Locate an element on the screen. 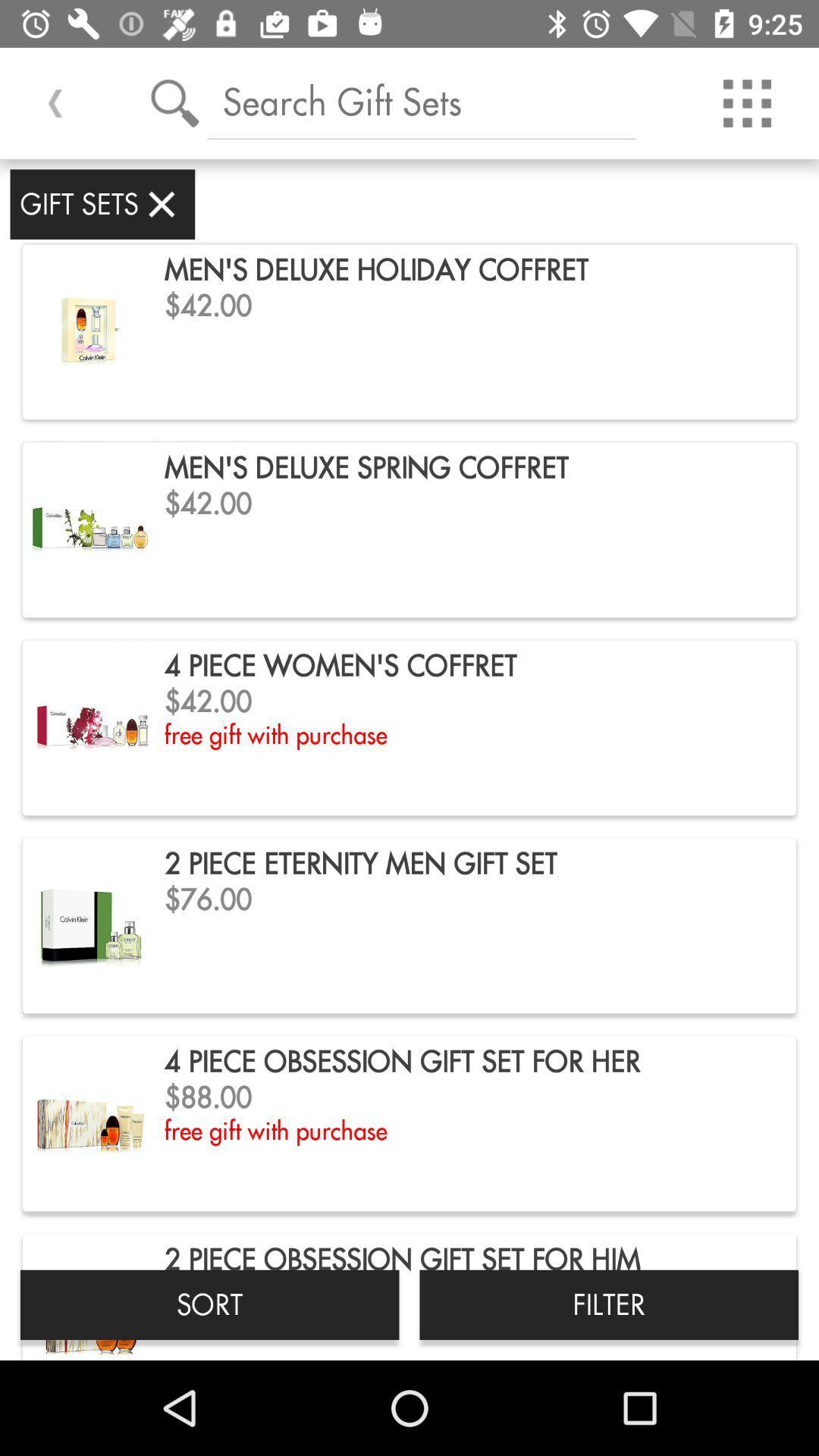  the sort is located at coordinates (209, 1304).